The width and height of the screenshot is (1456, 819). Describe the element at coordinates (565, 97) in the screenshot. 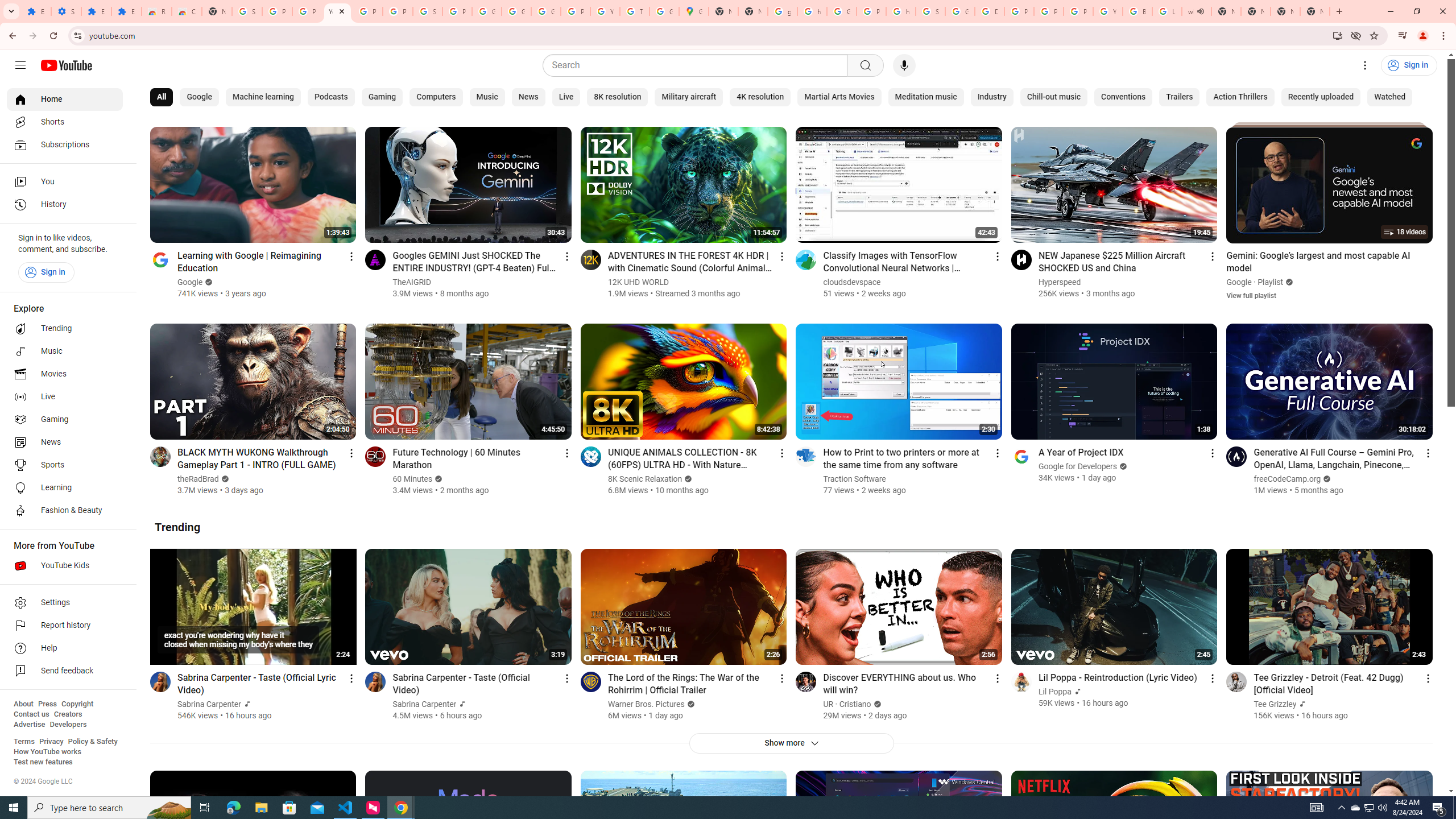

I see `'Live'` at that location.